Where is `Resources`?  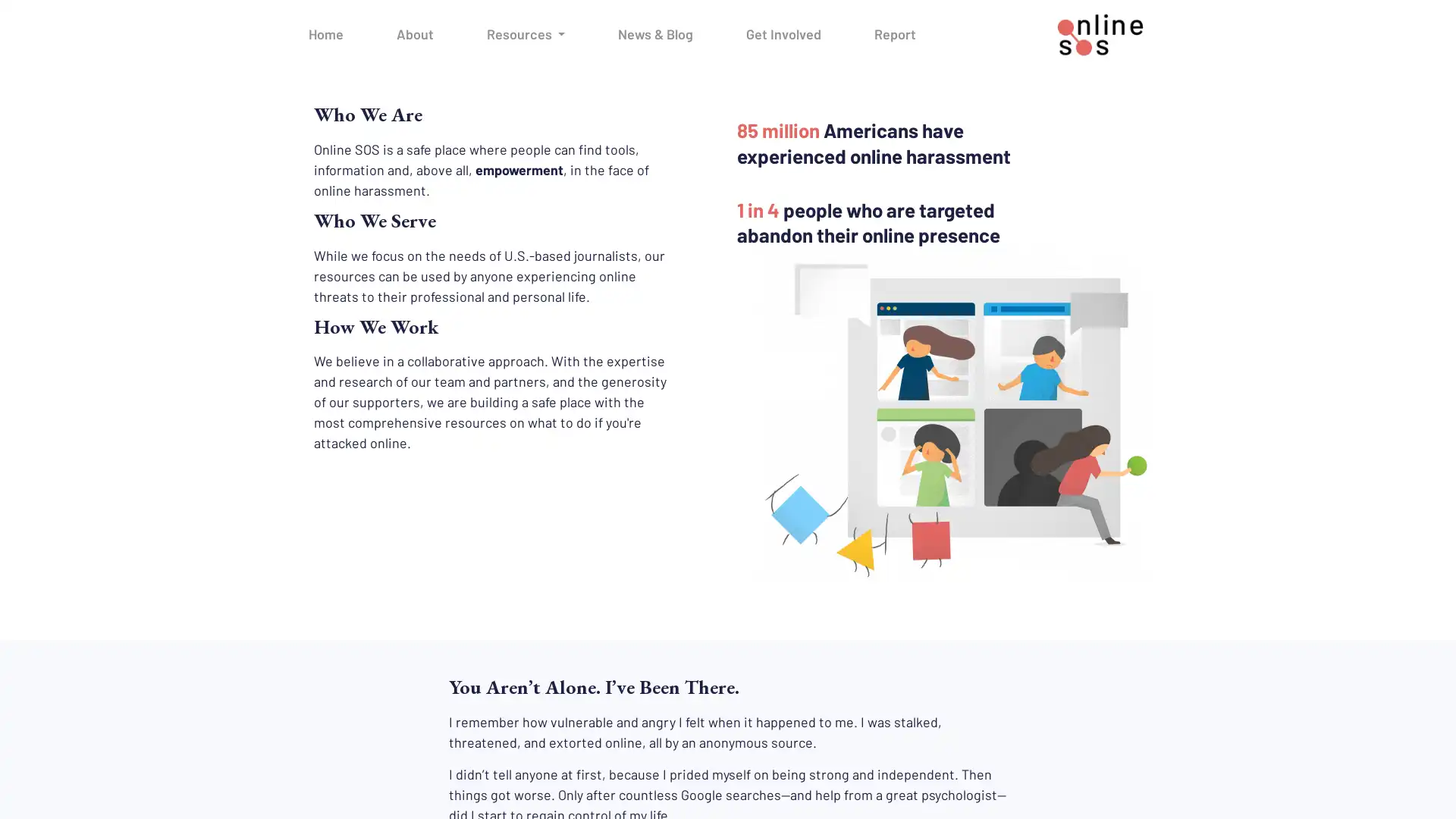
Resources is located at coordinates (525, 33).